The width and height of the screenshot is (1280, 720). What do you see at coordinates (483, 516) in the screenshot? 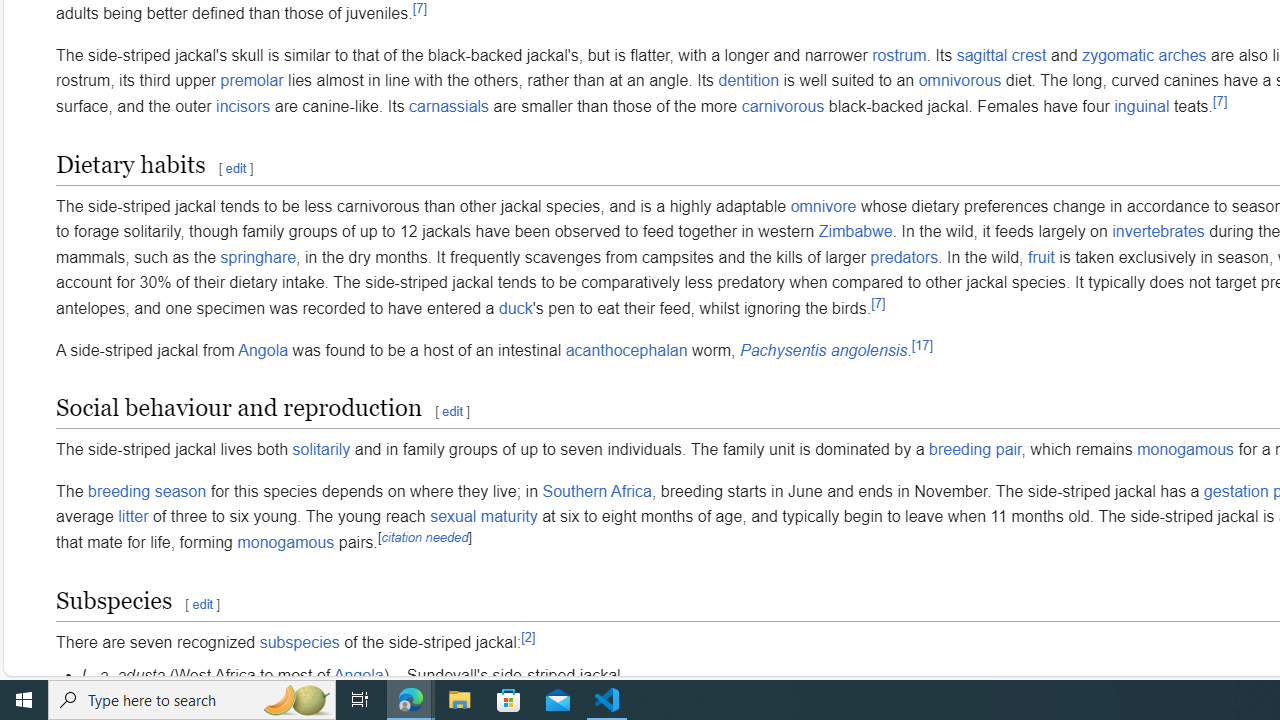
I see `'sexual maturity'` at bounding box center [483, 516].